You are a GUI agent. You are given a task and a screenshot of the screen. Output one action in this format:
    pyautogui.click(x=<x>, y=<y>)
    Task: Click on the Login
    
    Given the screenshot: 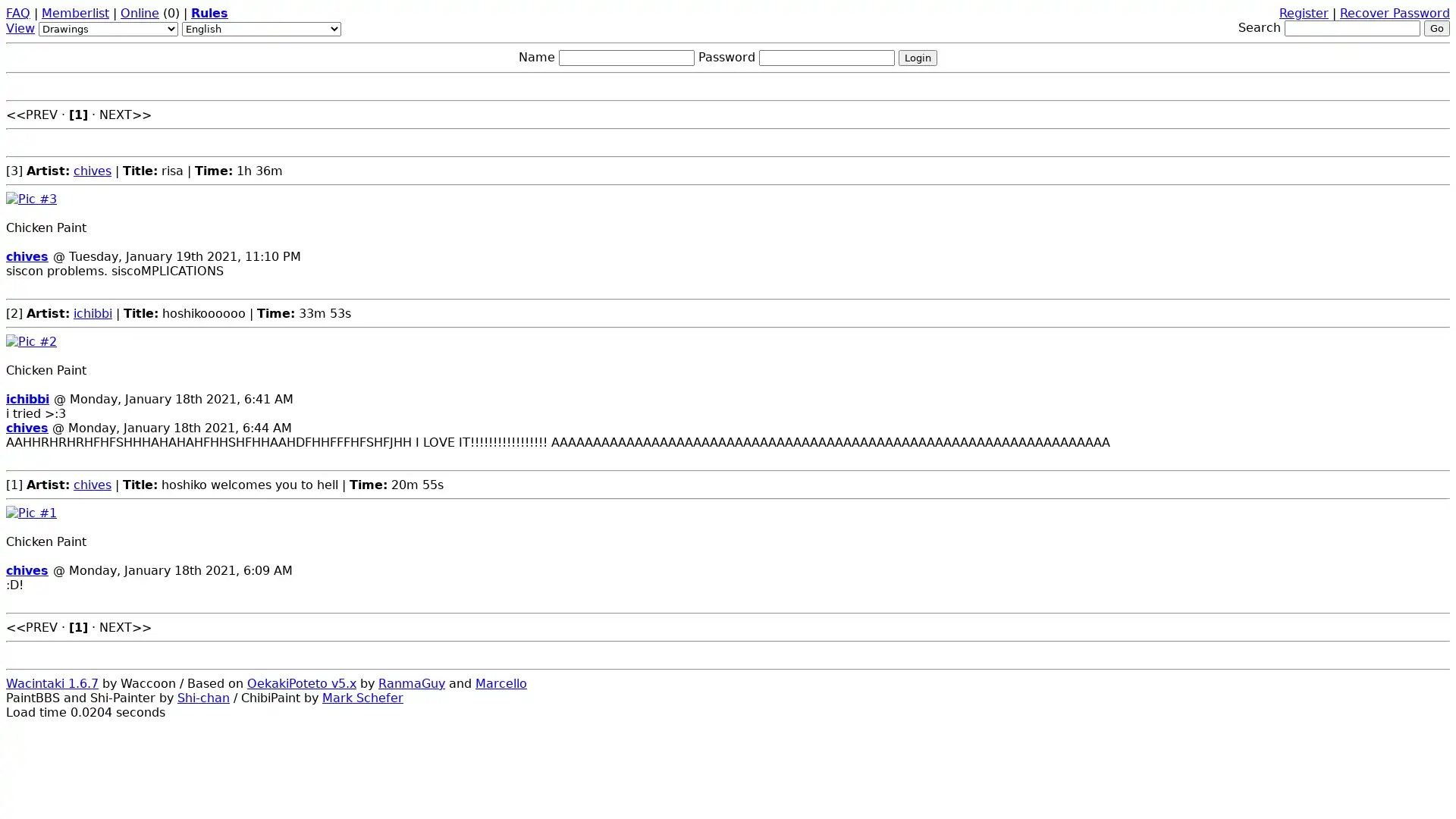 What is the action you would take?
    pyautogui.click(x=917, y=57)
    